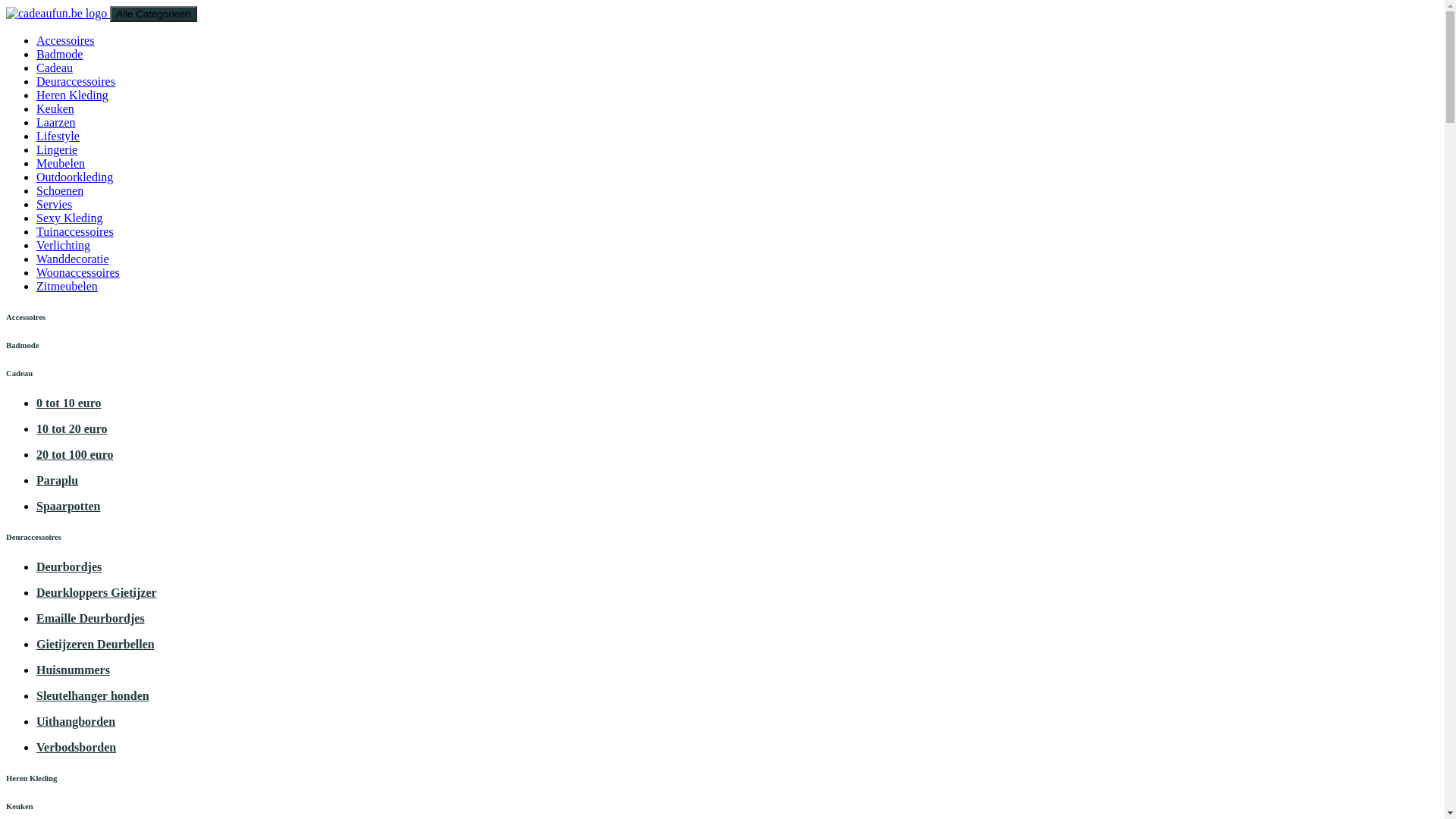 The image size is (1456, 819). Describe the element at coordinates (94, 644) in the screenshot. I see `'Gietijzeren Deurbellen'` at that location.